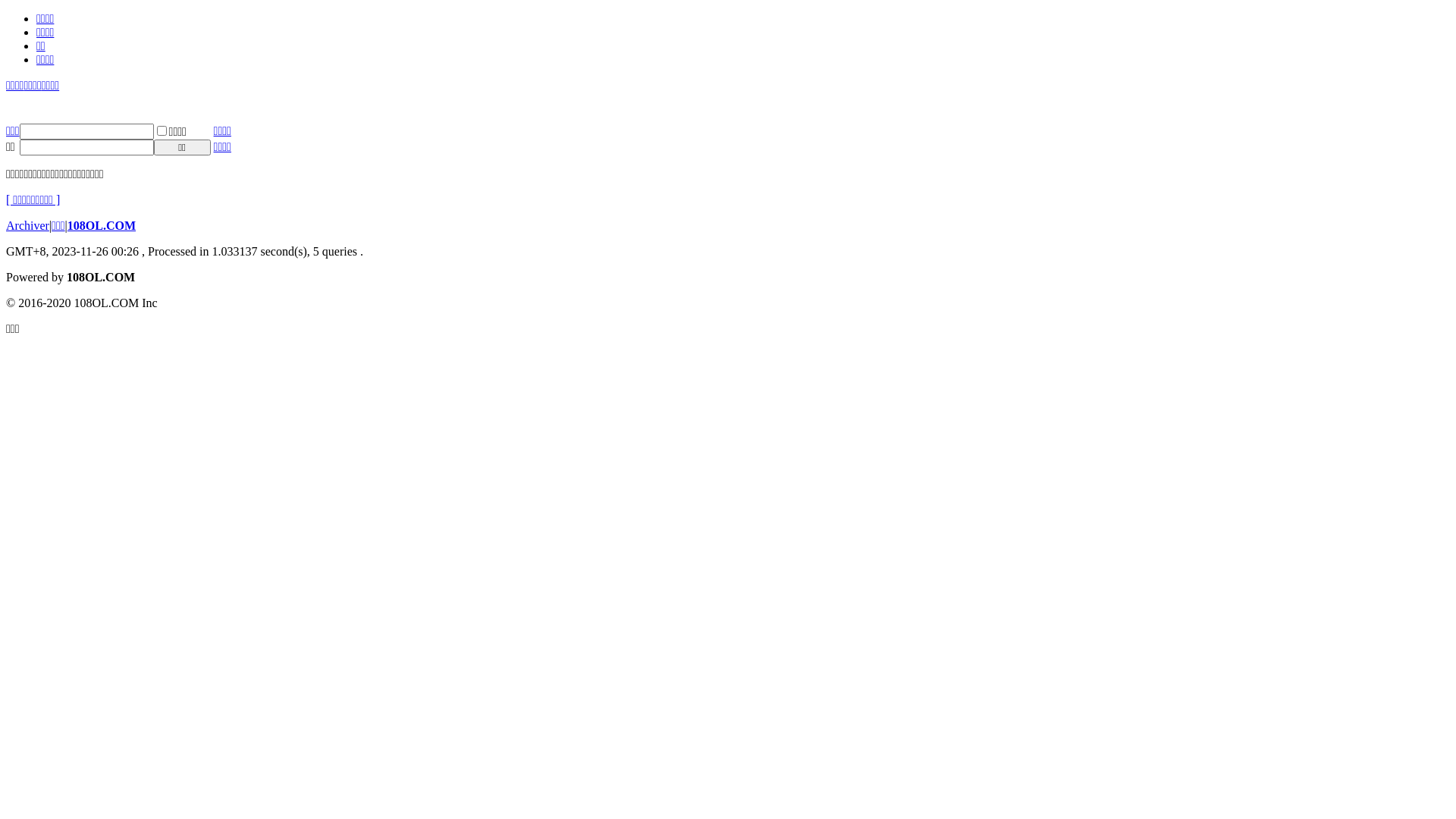 This screenshot has width=1456, height=819. What do you see at coordinates (101, 225) in the screenshot?
I see `'108OL.COM'` at bounding box center [101, 225].